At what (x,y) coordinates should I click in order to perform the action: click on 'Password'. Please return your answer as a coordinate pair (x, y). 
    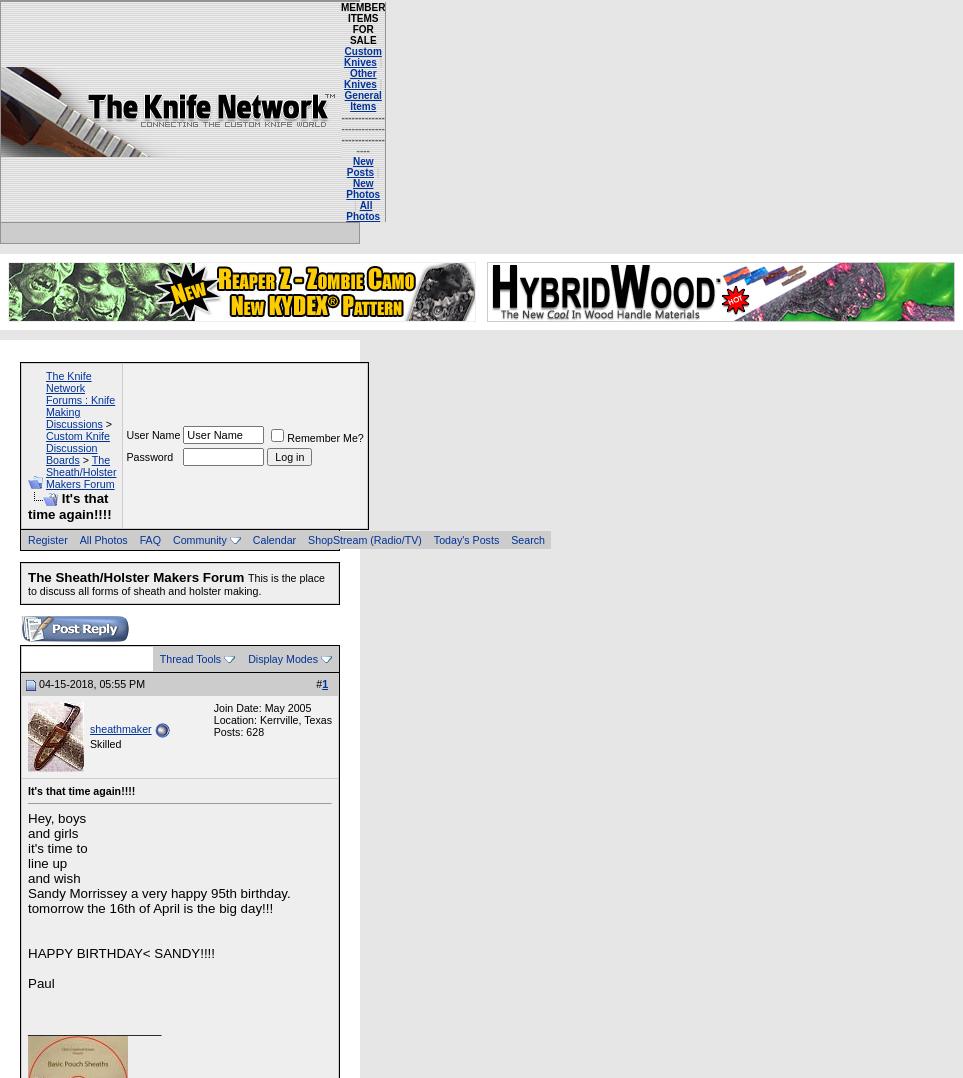
    Looking at the image, I should click on (149, 455).